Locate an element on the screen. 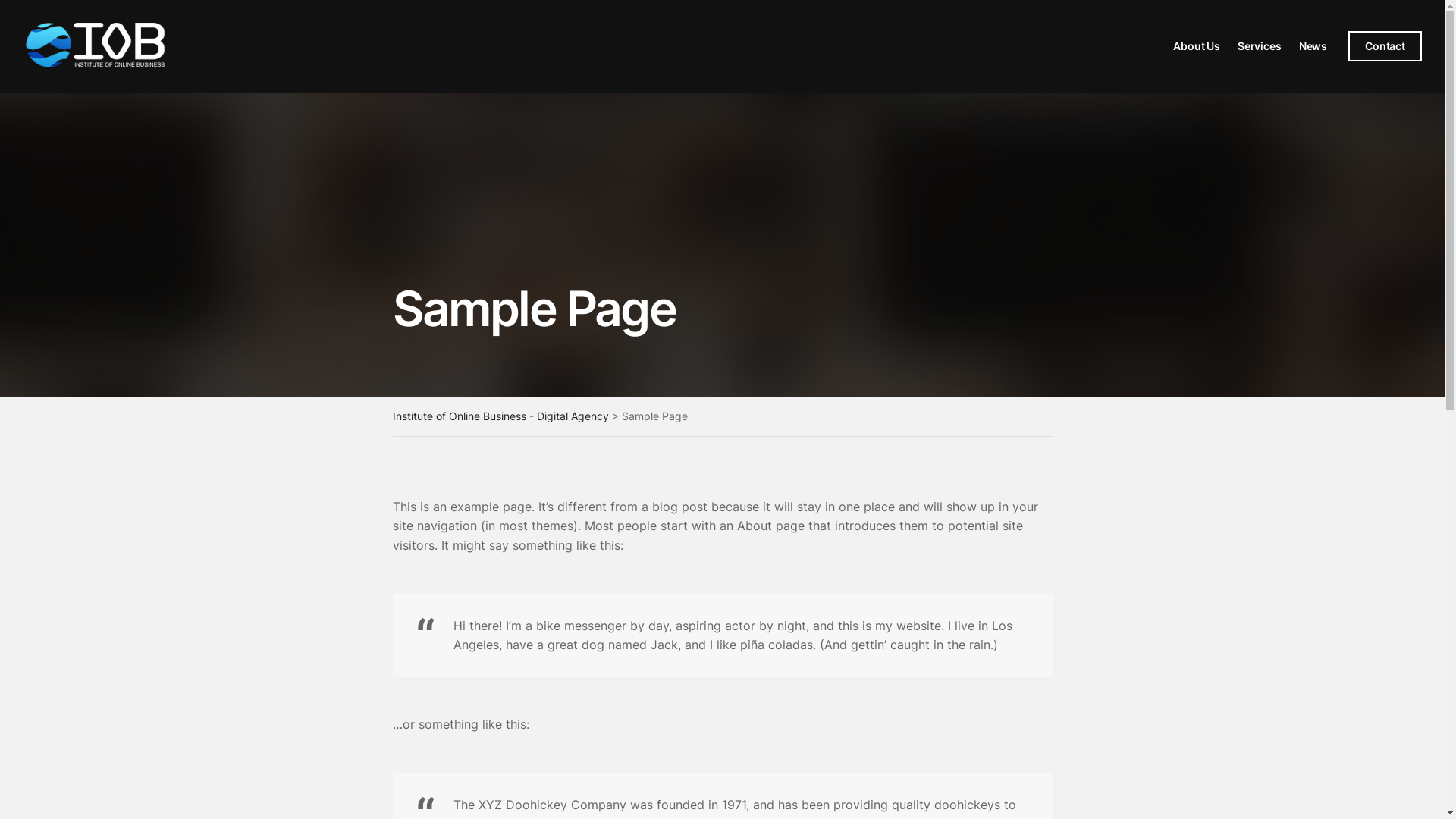  'Services' is located at coordinates (1259, 45).